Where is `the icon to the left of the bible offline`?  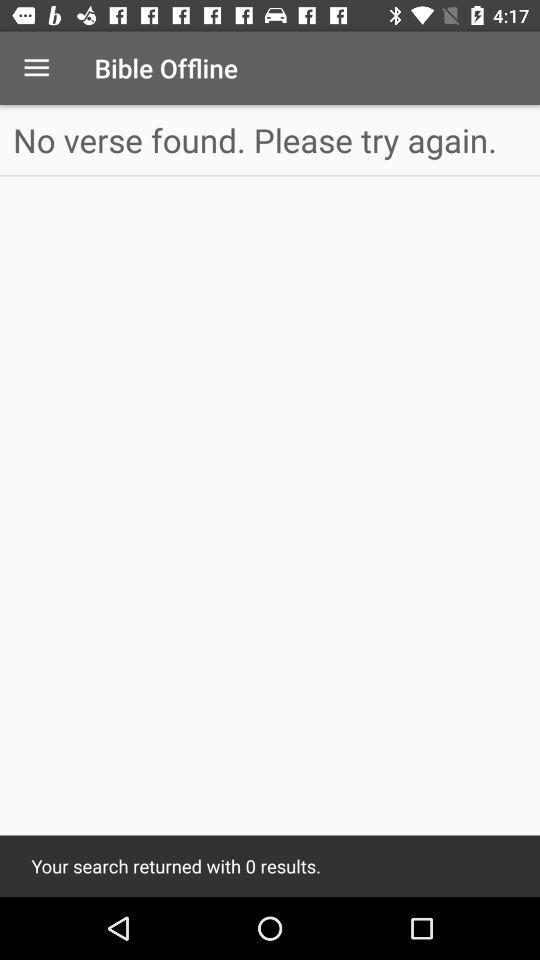
the icon to the left of the bible offline is located at coordinates (36, 68).